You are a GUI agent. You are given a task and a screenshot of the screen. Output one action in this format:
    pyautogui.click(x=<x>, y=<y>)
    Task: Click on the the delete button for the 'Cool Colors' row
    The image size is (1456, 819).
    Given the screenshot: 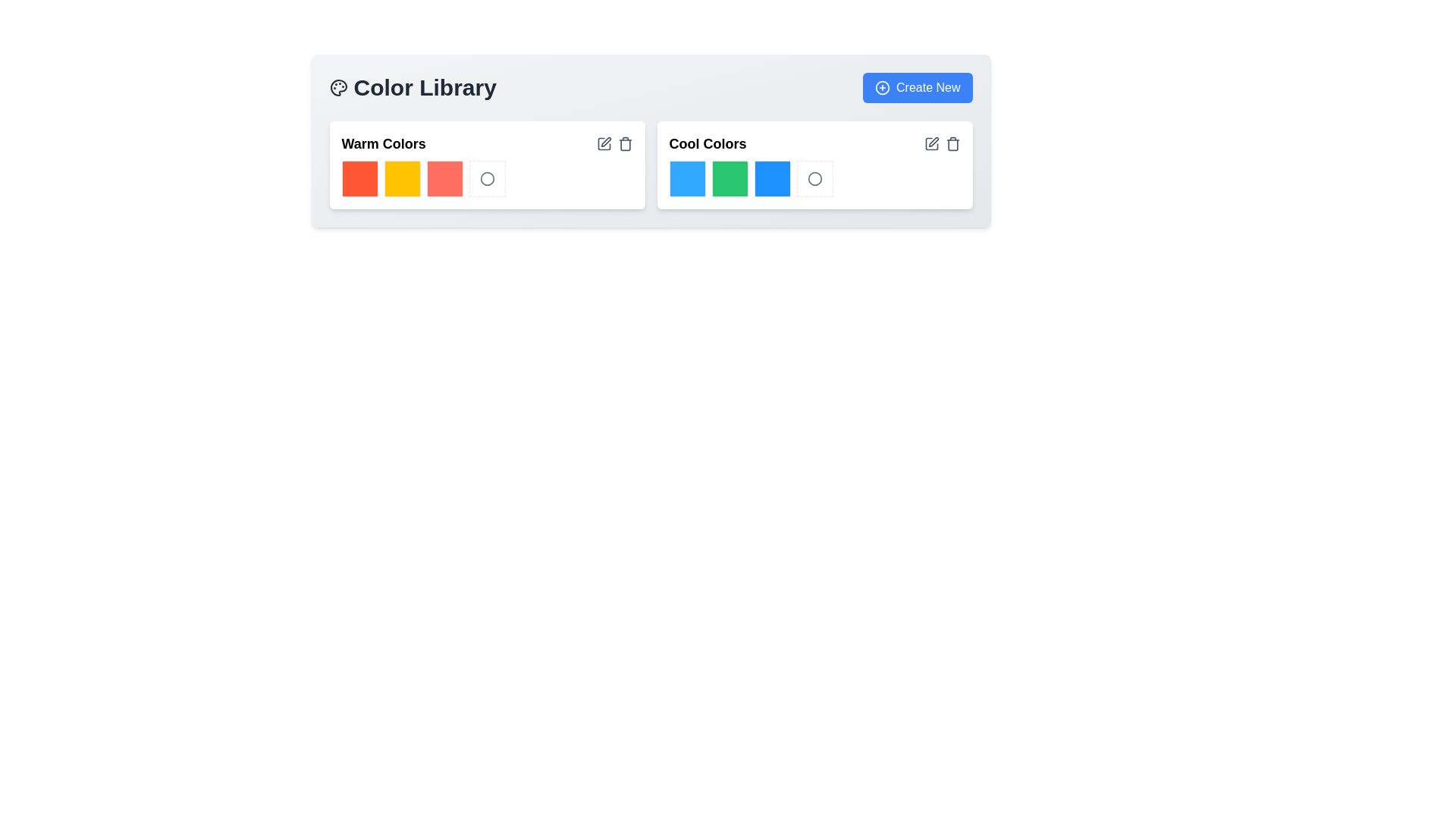 What is the action you would take?
    pyautogui.click(x=941, y=143)
    